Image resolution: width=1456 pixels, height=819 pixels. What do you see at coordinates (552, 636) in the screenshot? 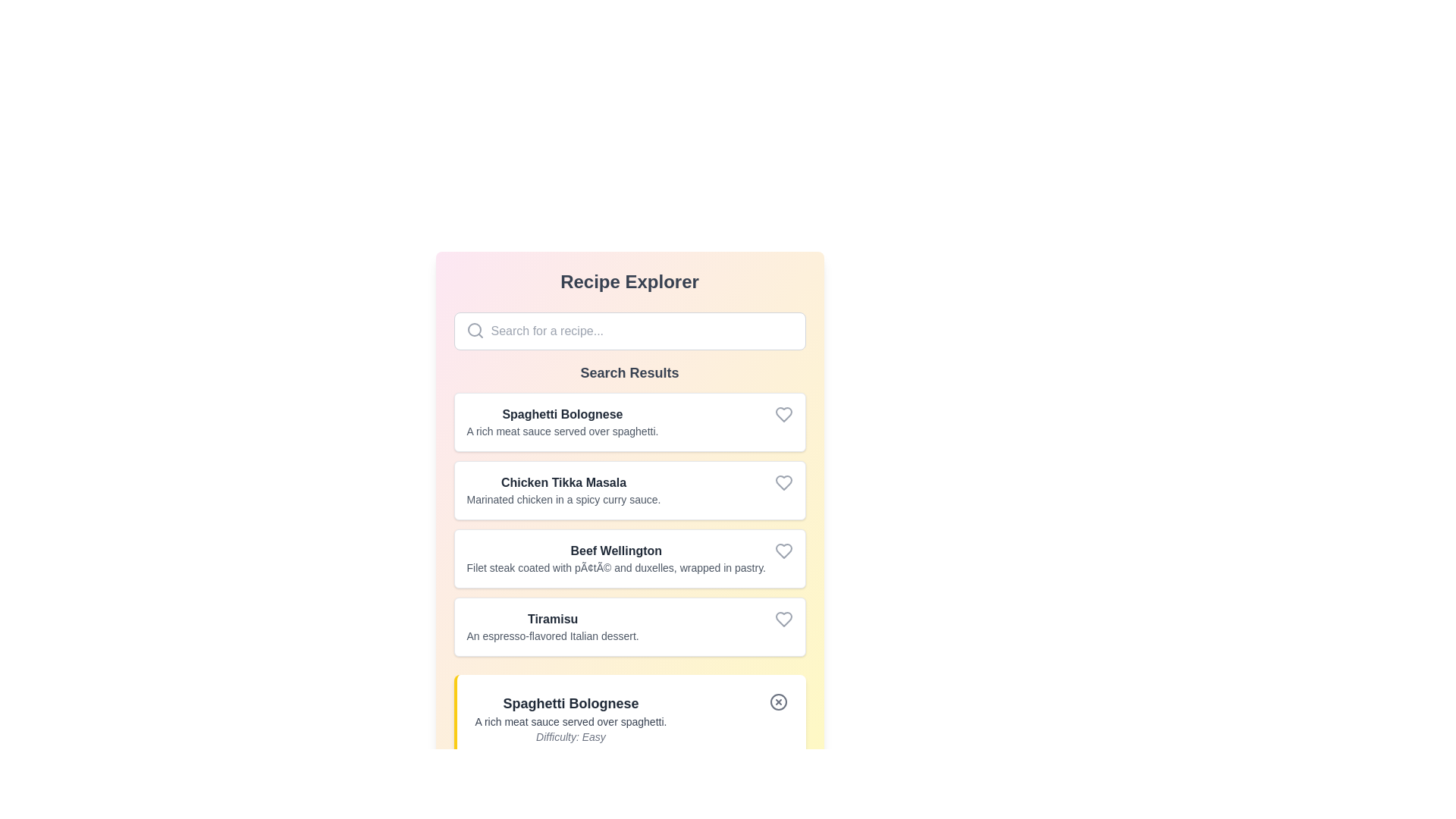
I see `descriptive text label for the 'Tiramisu' item, located directly below the title within the same rectangular block` at bounding box center [552, 636].